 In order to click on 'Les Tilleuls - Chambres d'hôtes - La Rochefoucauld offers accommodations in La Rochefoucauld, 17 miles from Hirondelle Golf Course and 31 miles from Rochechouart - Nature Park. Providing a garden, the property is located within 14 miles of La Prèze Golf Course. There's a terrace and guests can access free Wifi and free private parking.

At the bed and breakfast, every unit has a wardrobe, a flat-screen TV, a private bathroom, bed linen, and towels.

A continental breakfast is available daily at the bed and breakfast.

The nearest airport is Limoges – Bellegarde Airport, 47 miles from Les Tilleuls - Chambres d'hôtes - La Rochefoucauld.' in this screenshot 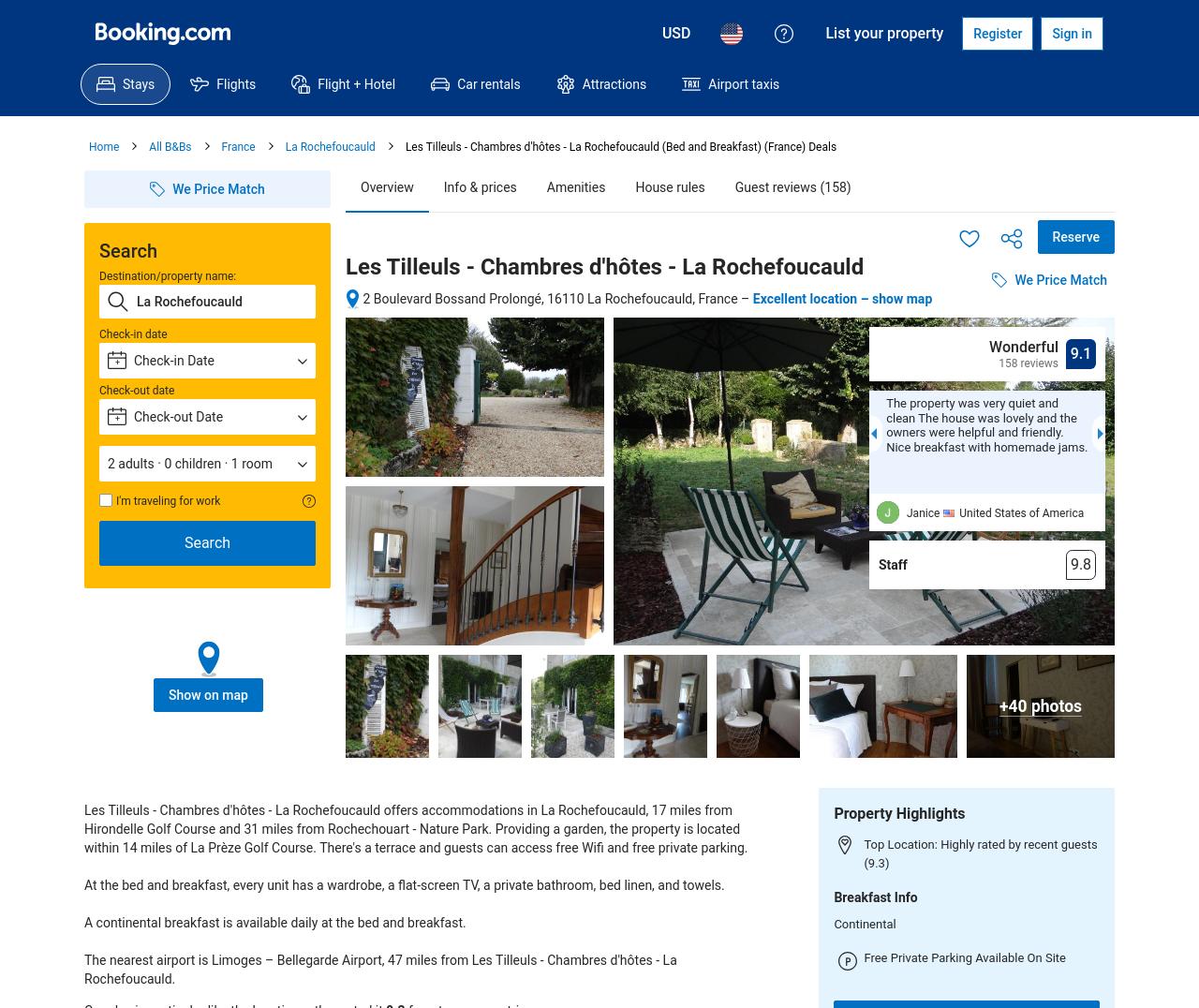, I will do `click(415, 894)`.